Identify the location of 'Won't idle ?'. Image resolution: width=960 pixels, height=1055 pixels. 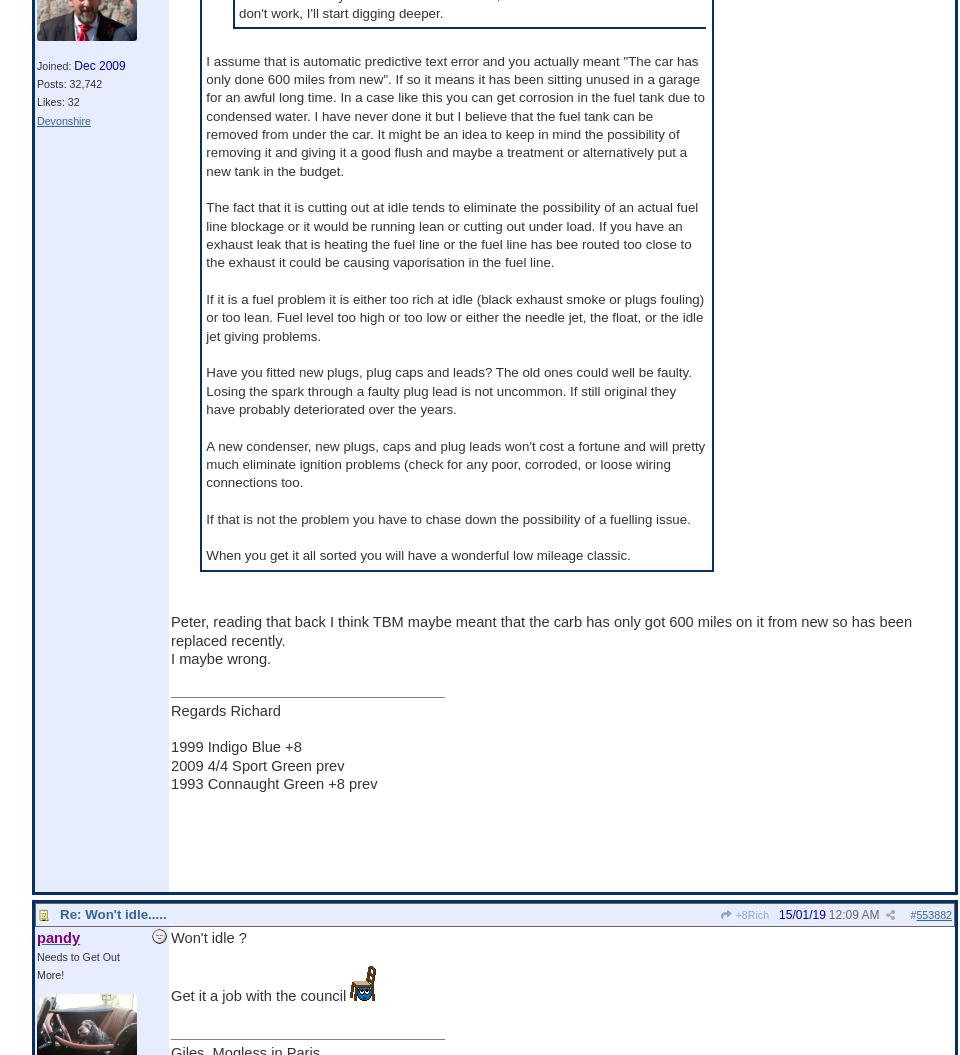
(208, 938).